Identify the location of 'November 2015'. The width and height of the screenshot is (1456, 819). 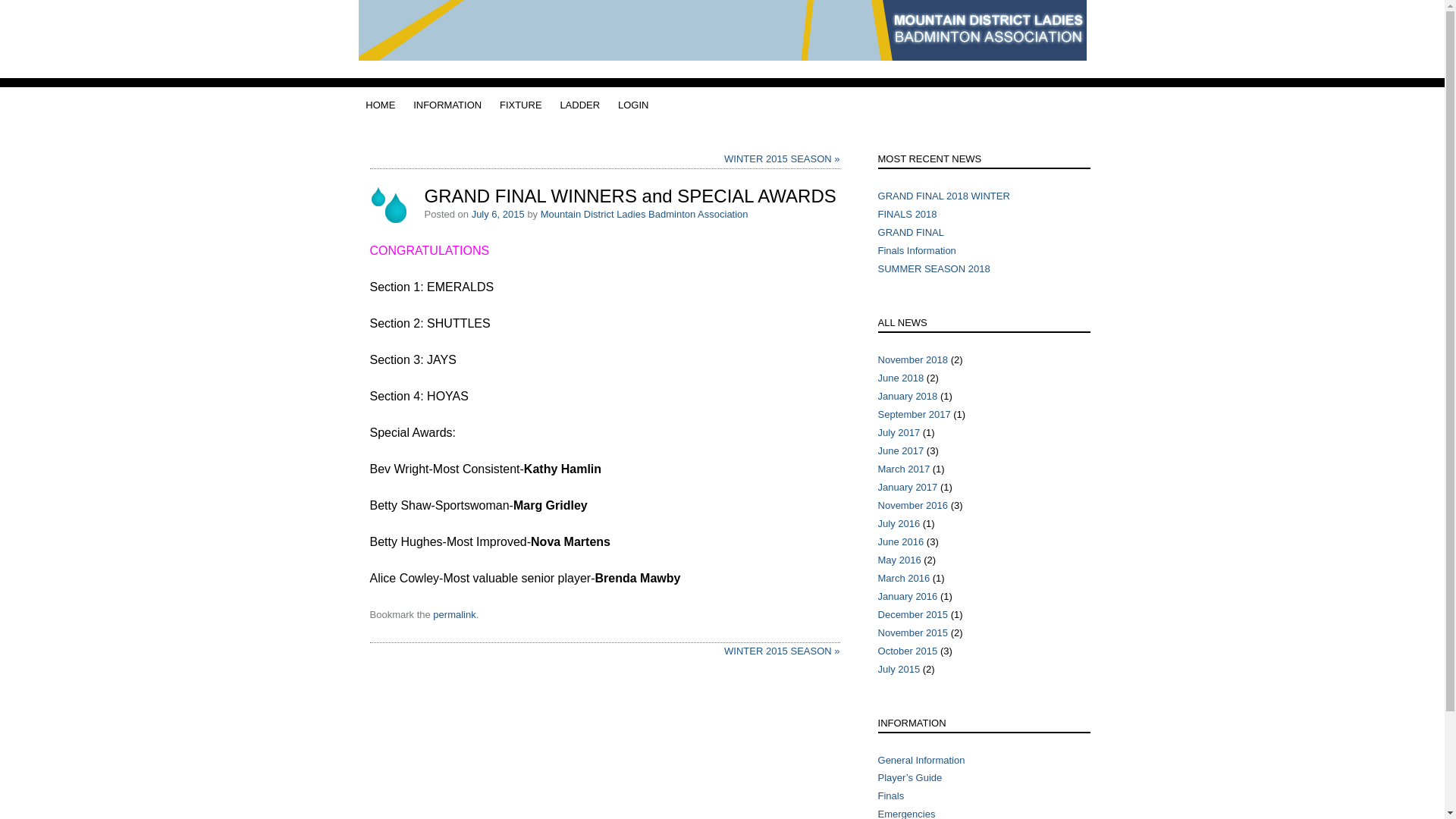
(912, 632).